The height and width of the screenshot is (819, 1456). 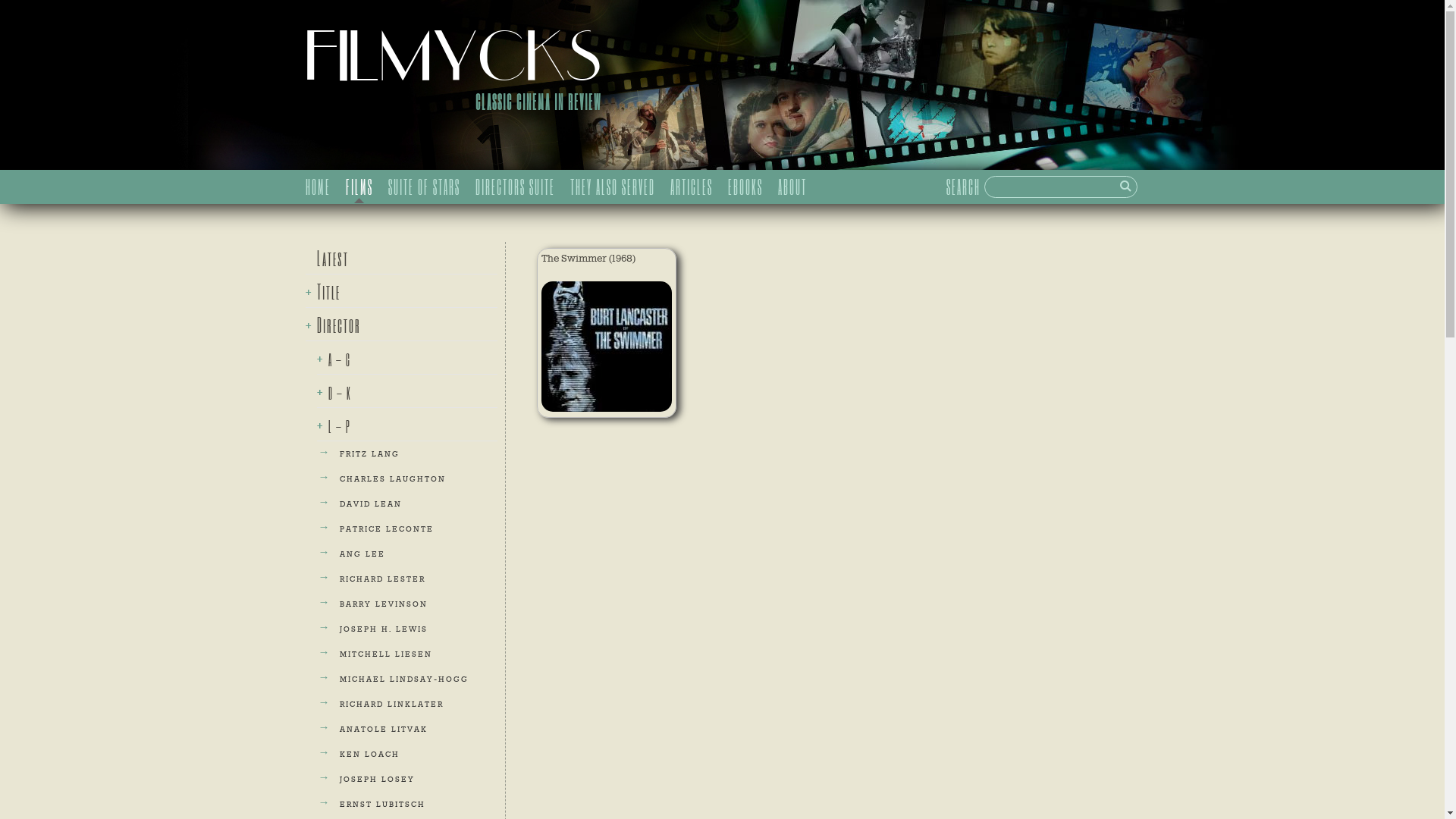 I want to click on 'FILMYCKS, so click(x=451, y=84).